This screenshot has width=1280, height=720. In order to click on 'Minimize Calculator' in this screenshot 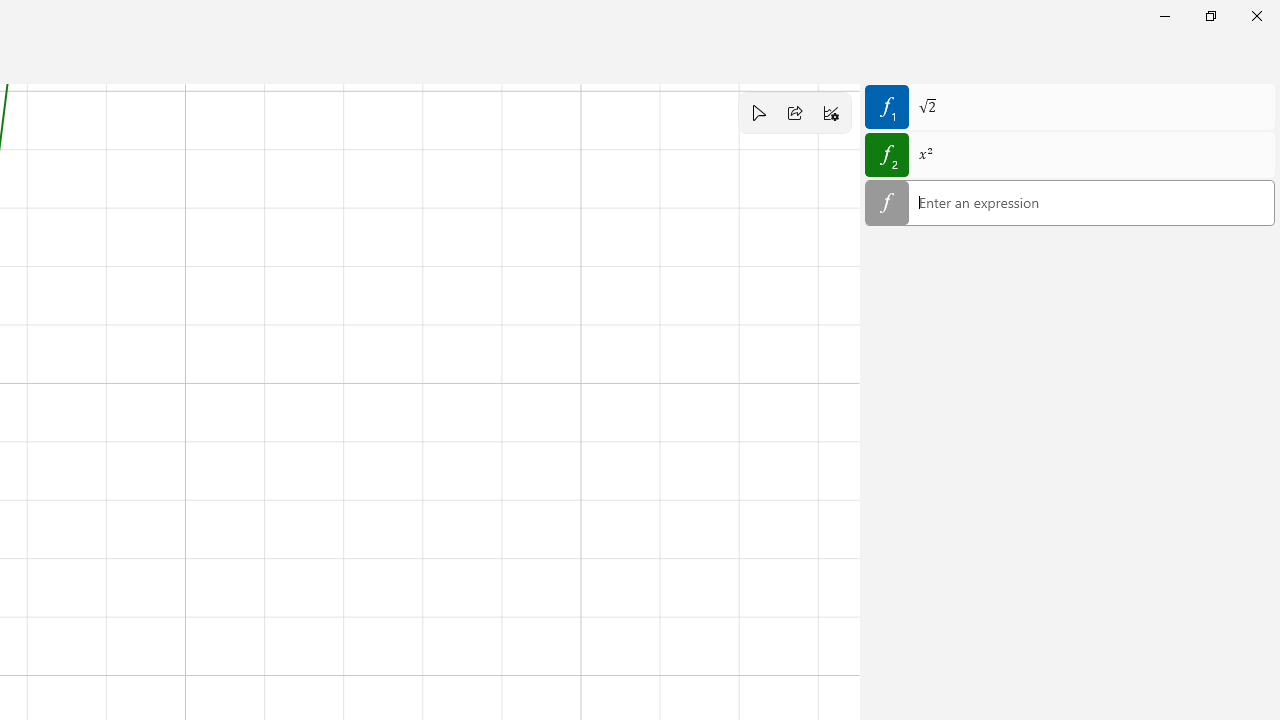, I will do `click(1164, 15)`.